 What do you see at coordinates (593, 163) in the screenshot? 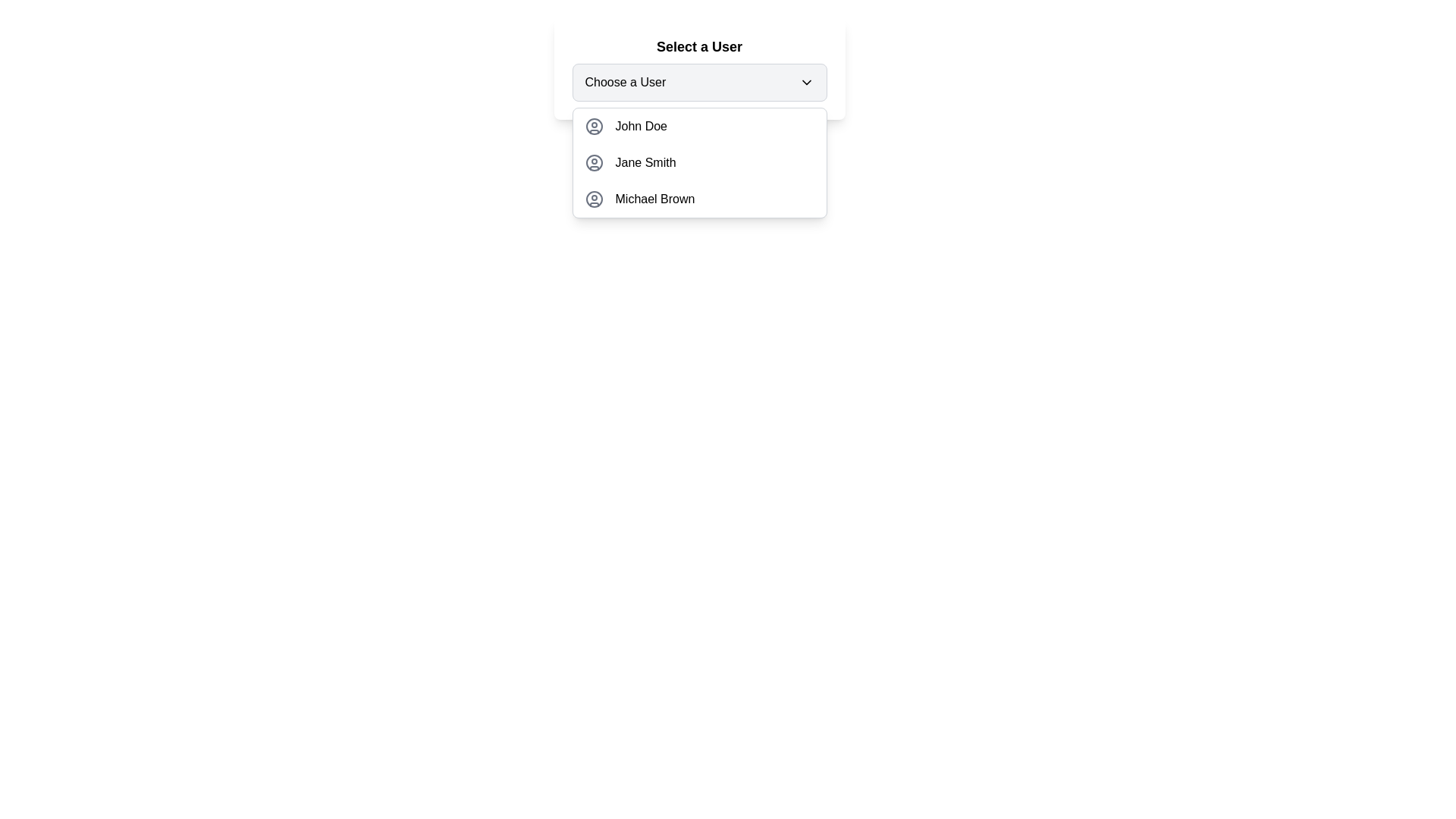
I see `the user profile icon, which is a gray circular icon with a line-drawn appearance, located to the left of the text 'Jane Smith'` at bounding box center [593, 163].